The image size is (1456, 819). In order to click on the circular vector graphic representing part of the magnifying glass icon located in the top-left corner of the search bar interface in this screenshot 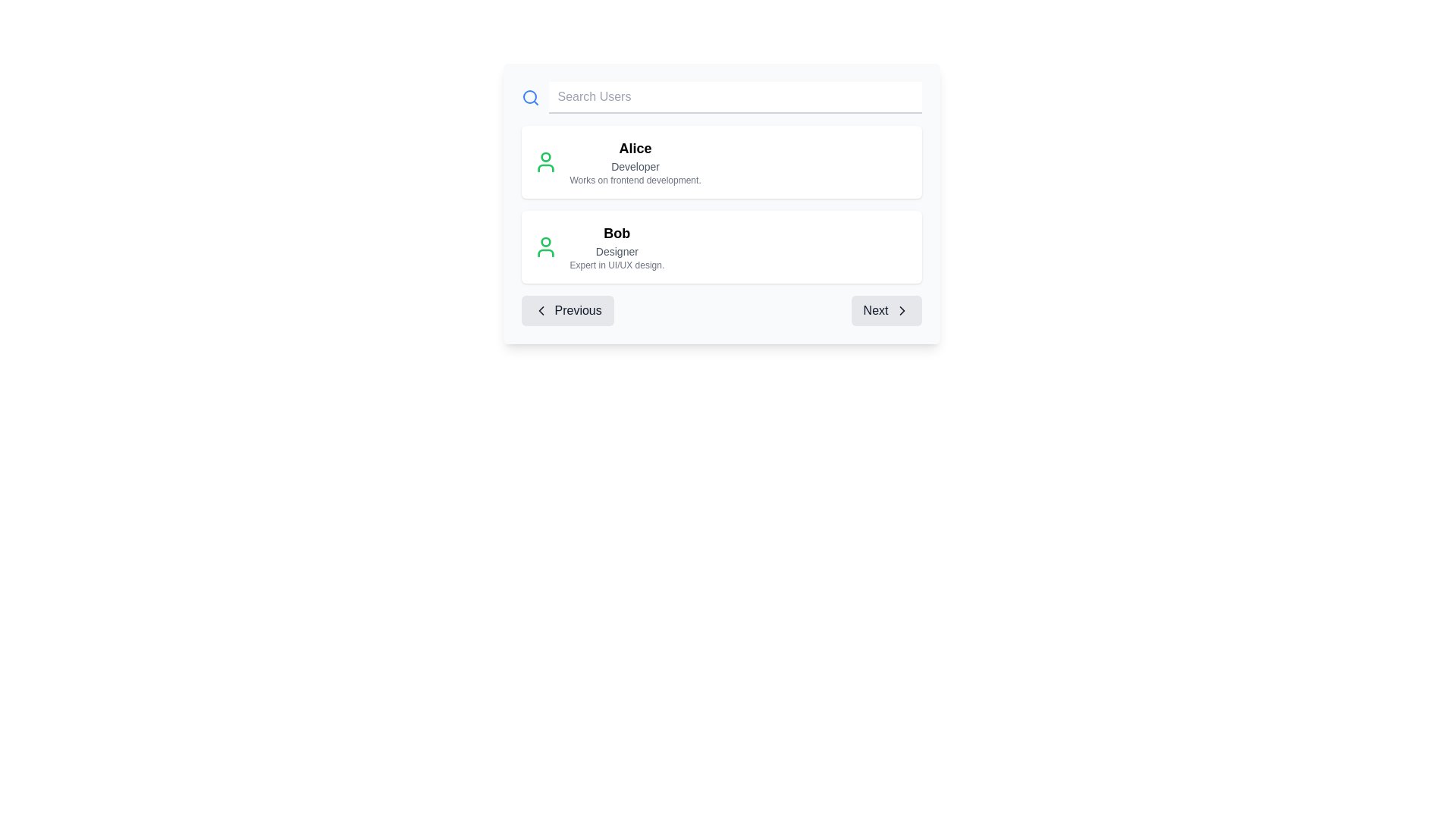, I will do `click(529, 96)`.